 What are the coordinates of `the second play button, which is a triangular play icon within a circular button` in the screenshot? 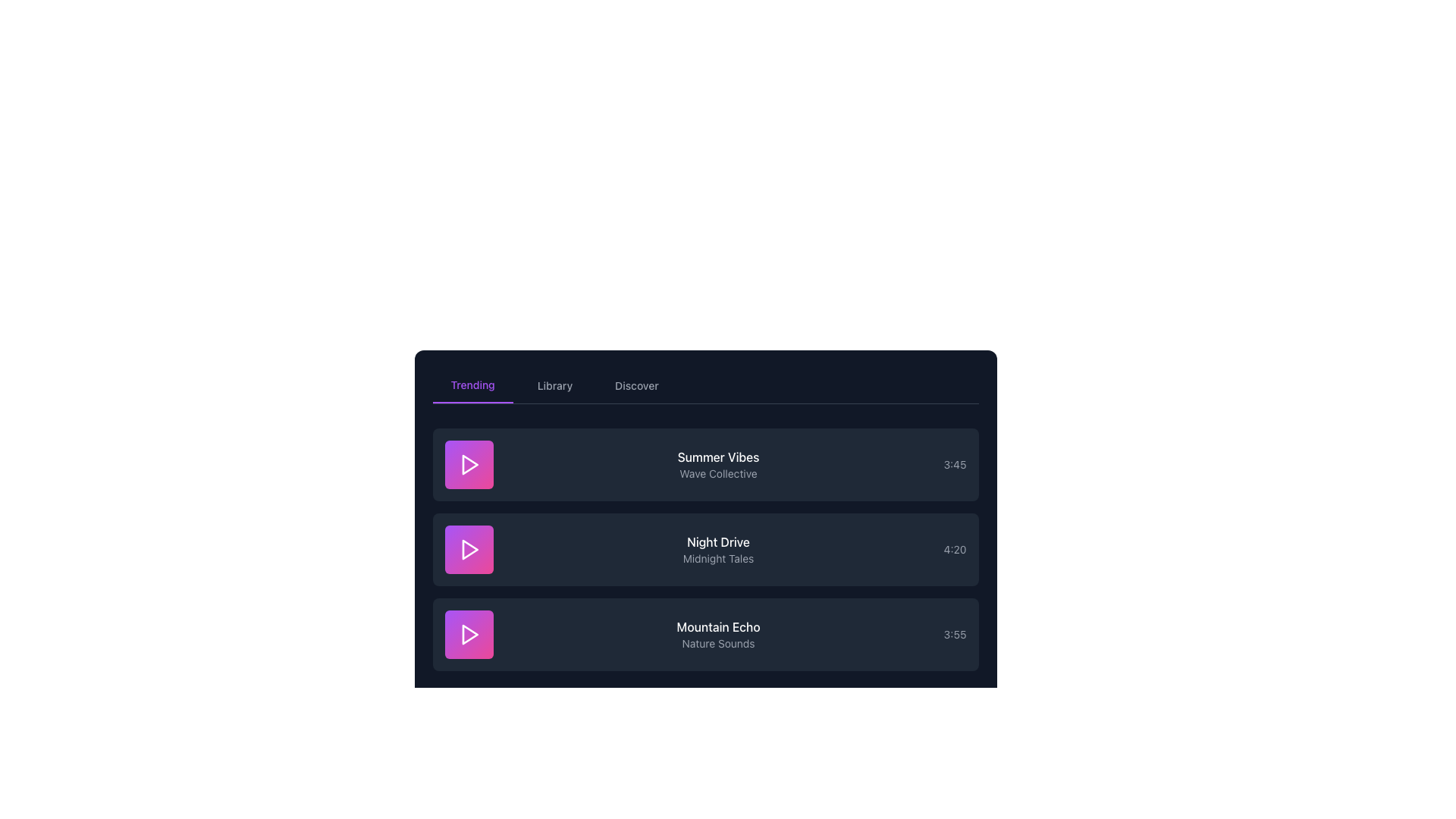 It's located at (468, 550).